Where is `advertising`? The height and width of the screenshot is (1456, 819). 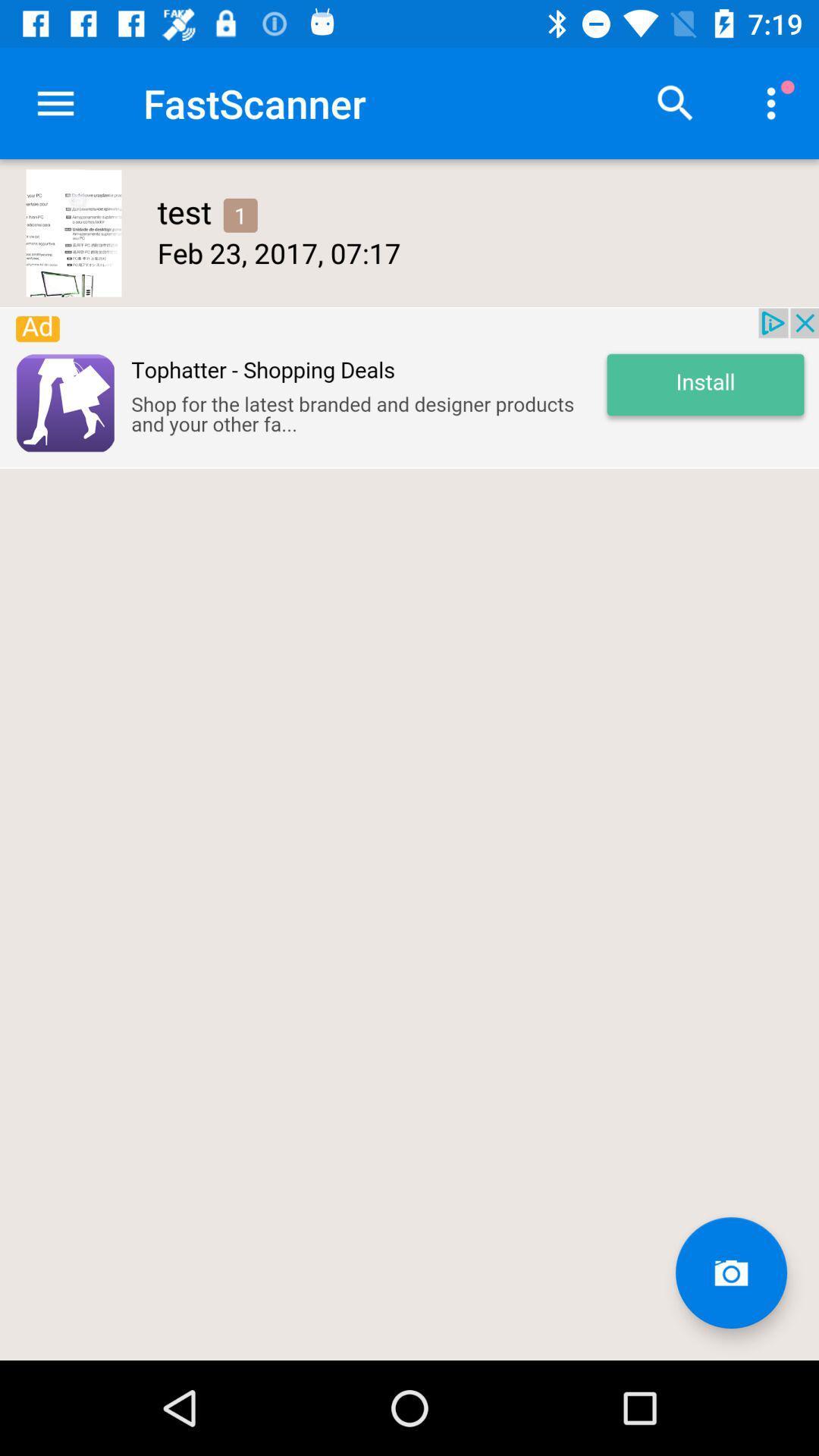 advertising is located at coordinates (409, 388).